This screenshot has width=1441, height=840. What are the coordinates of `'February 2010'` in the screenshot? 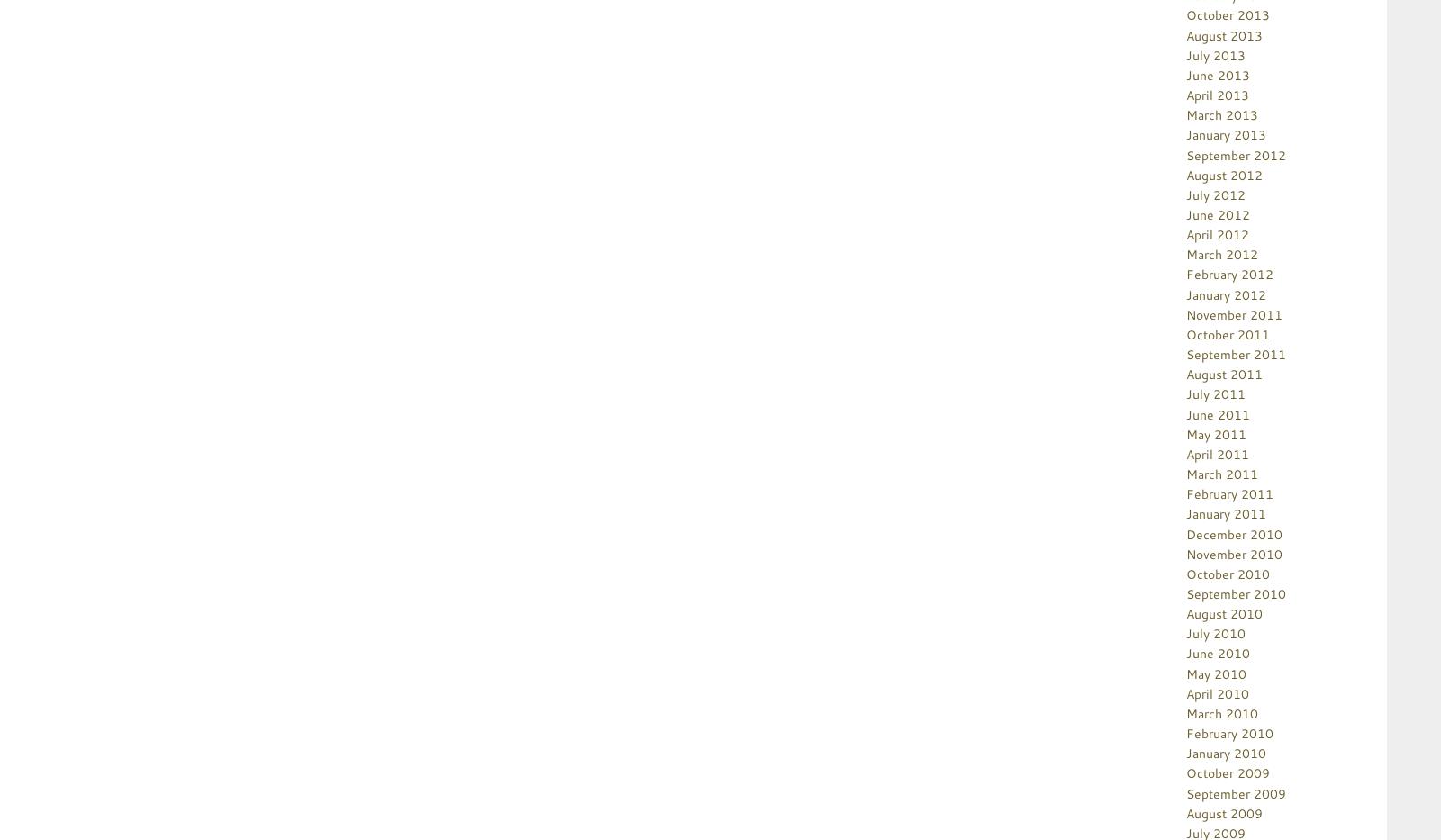 It's located at (1228, 733).